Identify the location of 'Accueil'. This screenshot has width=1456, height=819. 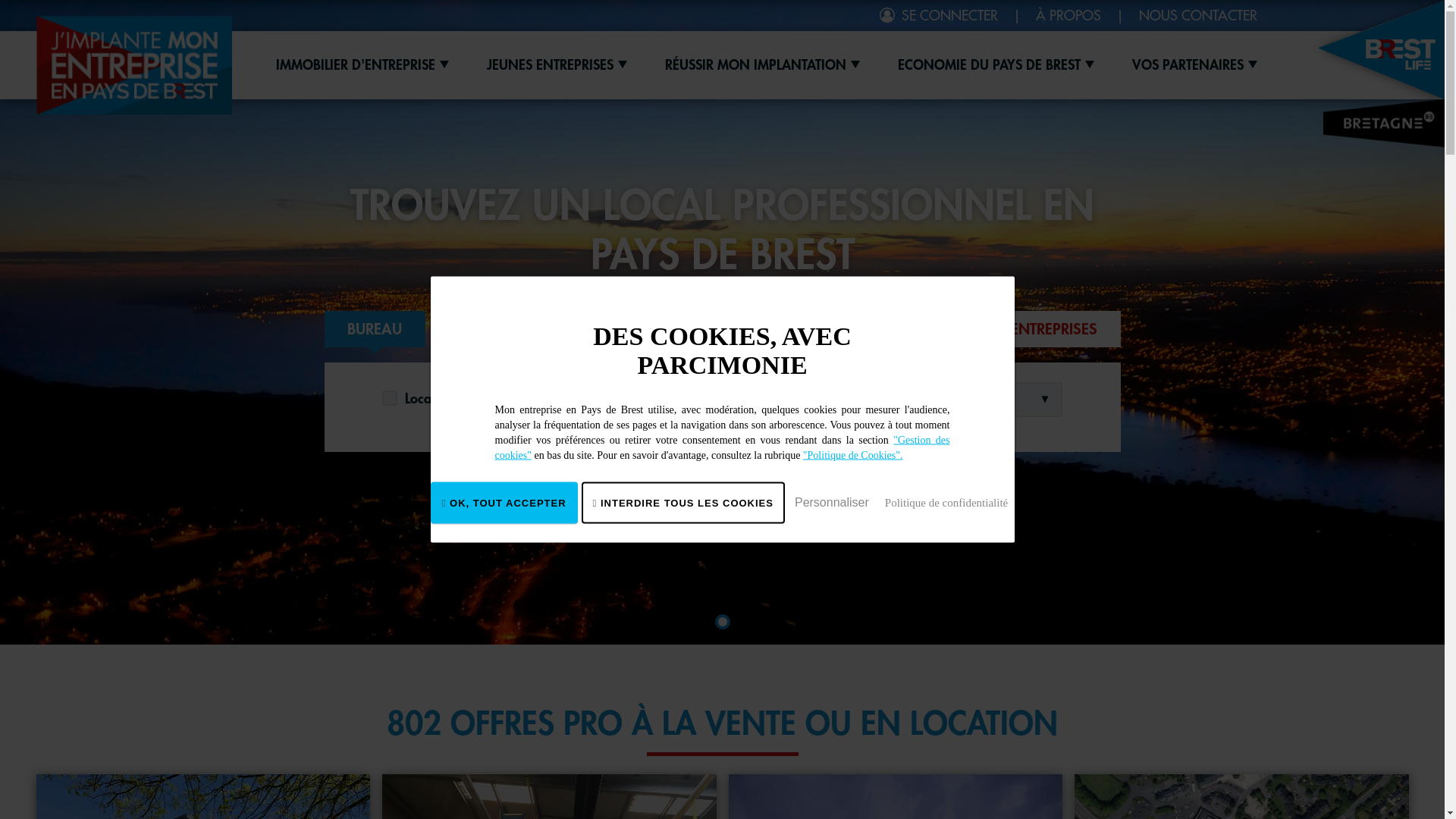
(36, 64).